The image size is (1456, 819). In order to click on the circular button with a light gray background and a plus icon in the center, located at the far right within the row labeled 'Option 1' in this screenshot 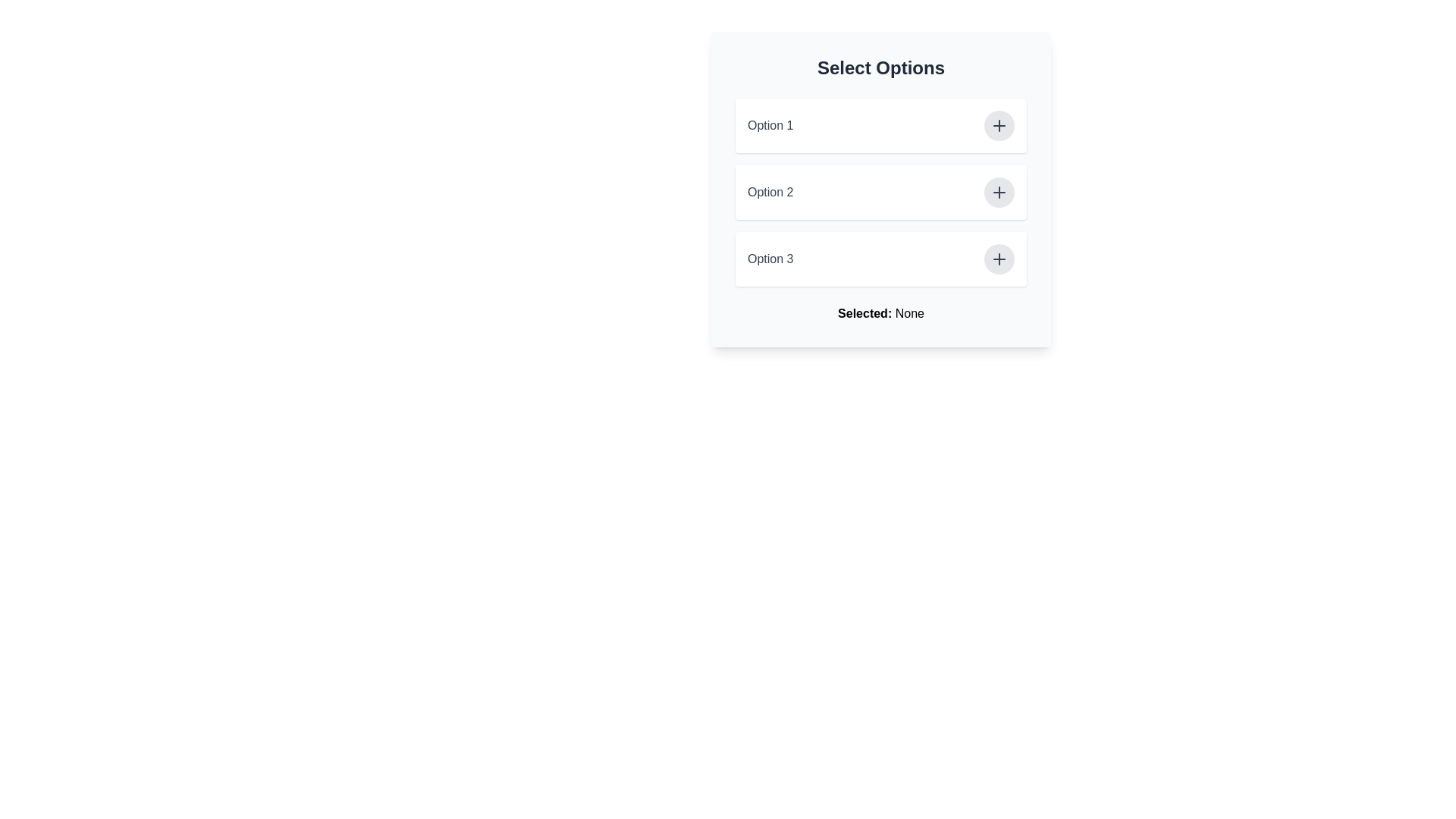, I will do `click(999, 124)`.